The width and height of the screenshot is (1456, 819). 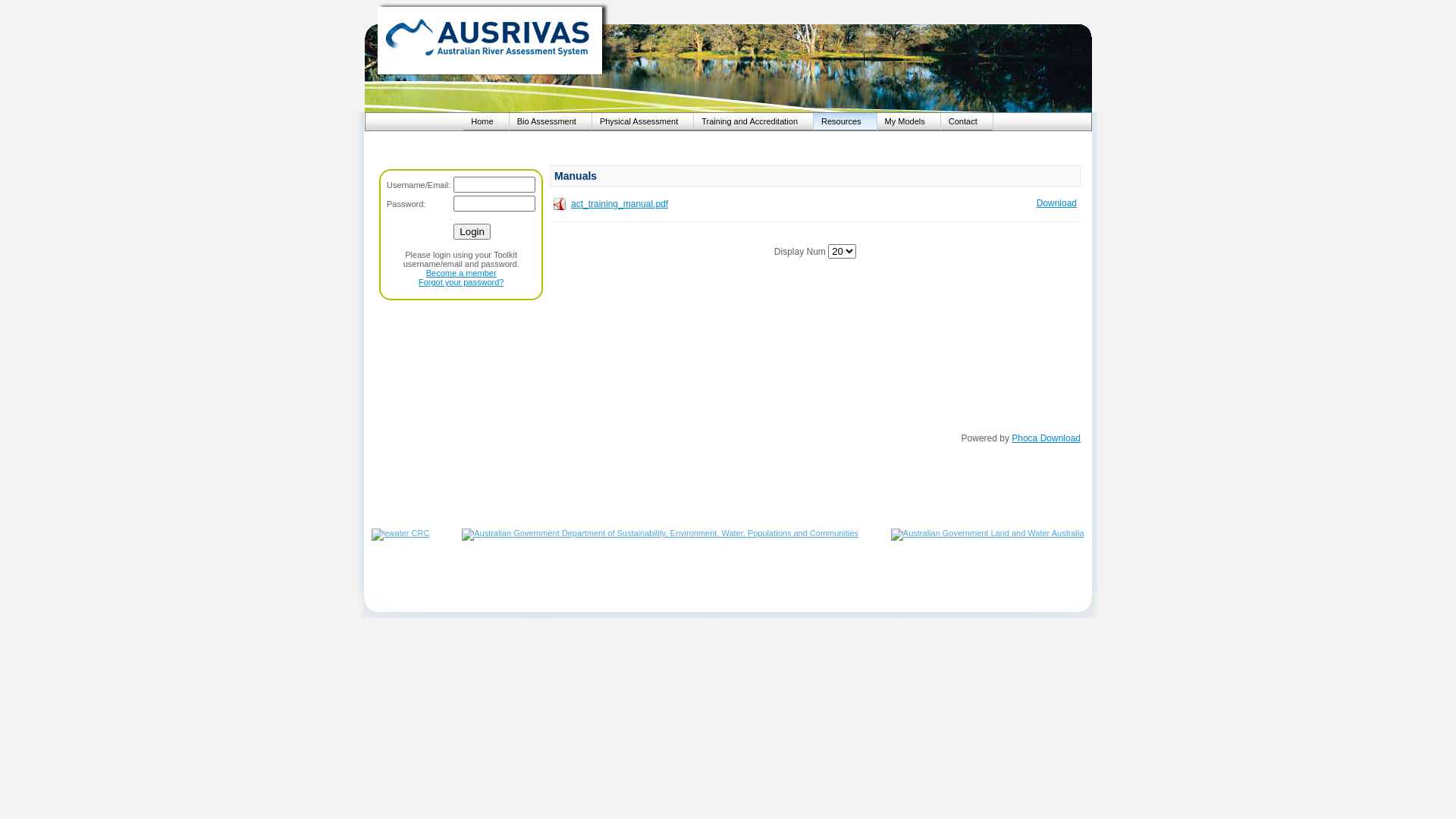 I want to click on 'Home', so click(x=485, y=120).